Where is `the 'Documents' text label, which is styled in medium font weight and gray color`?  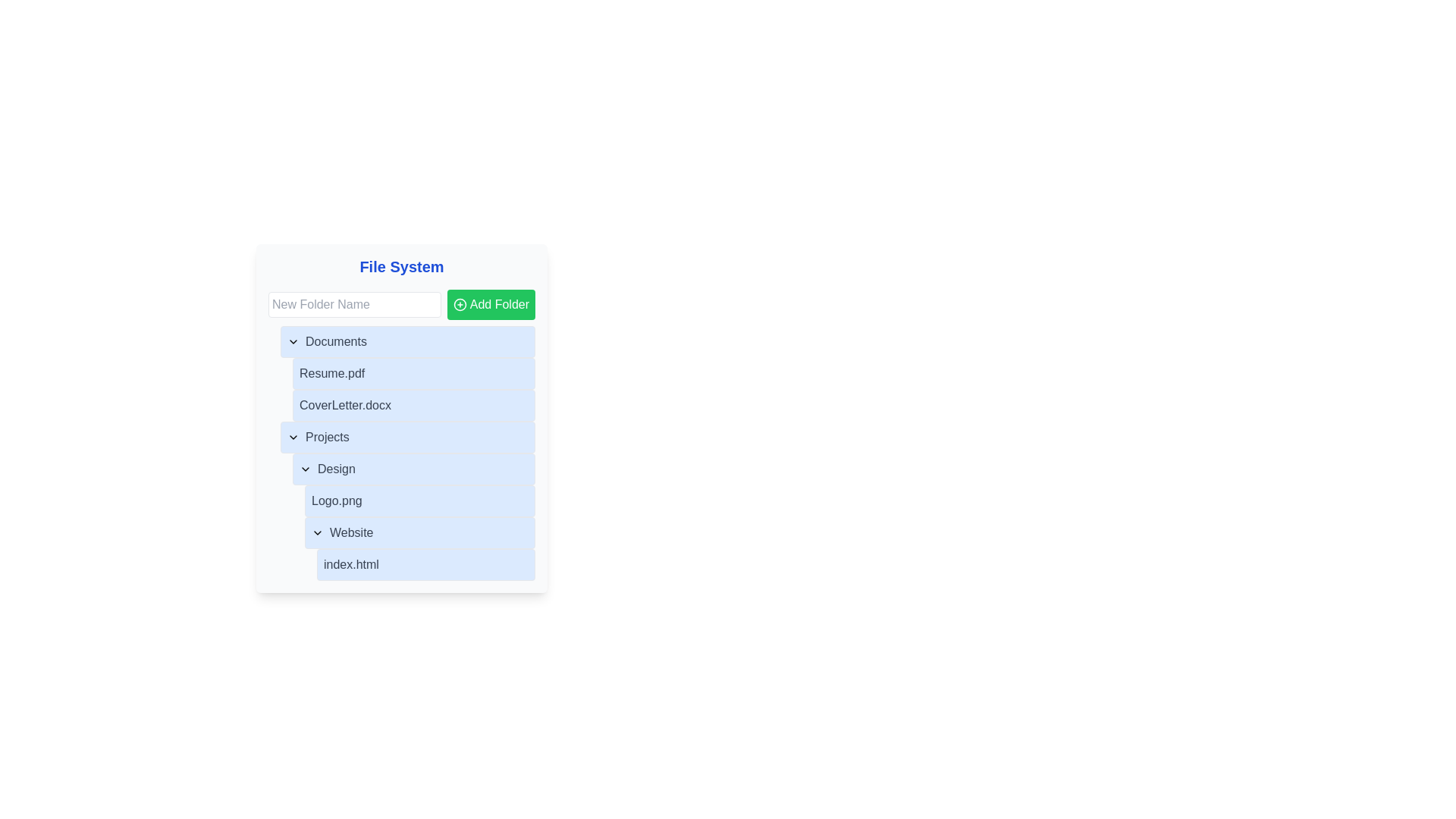 the 'Documents' text label, which is styled in medium font weight and gray color is located at coordinates (335, 342).